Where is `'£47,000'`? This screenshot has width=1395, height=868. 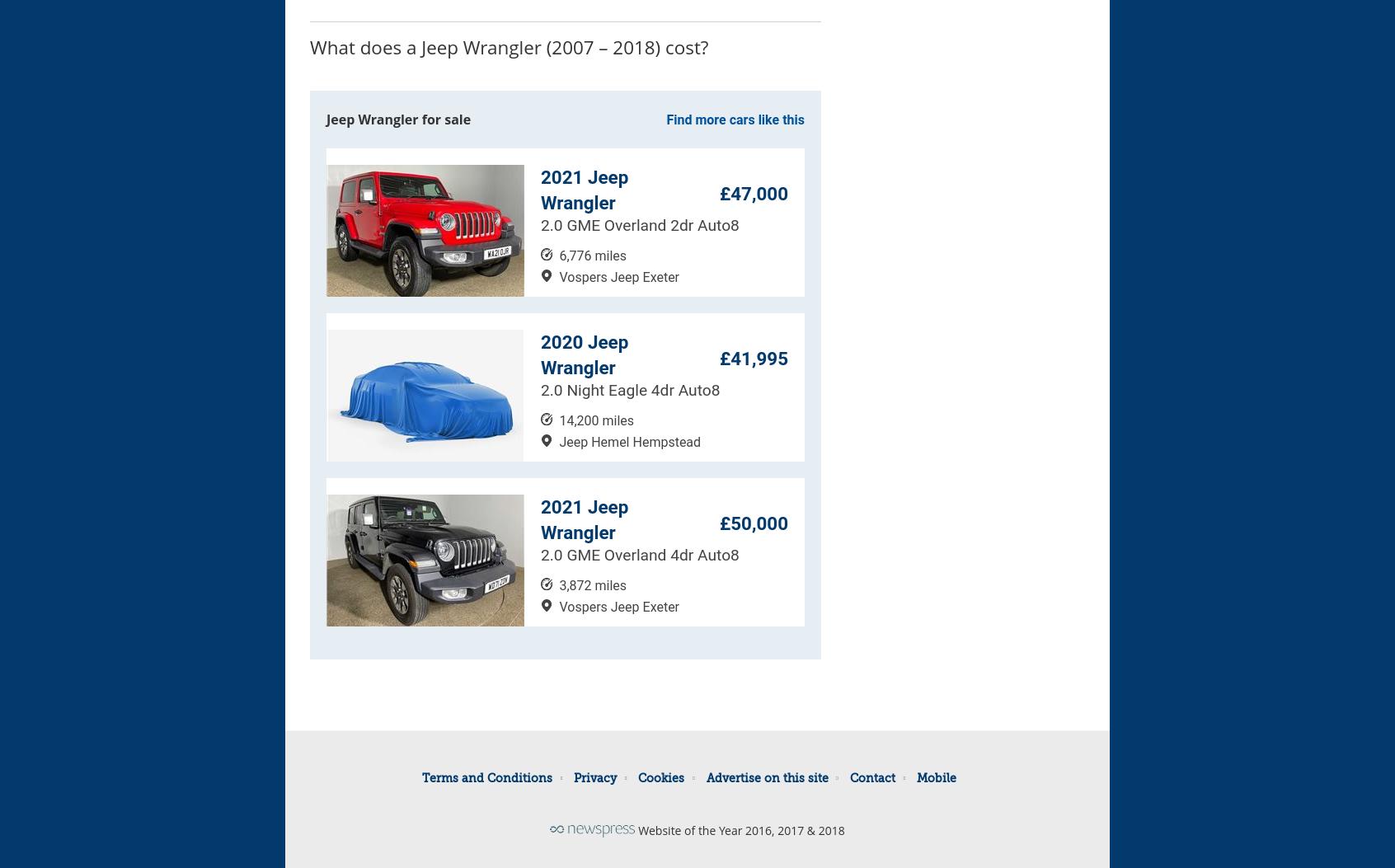
'£47,000' is located at coordinates (752, 194).